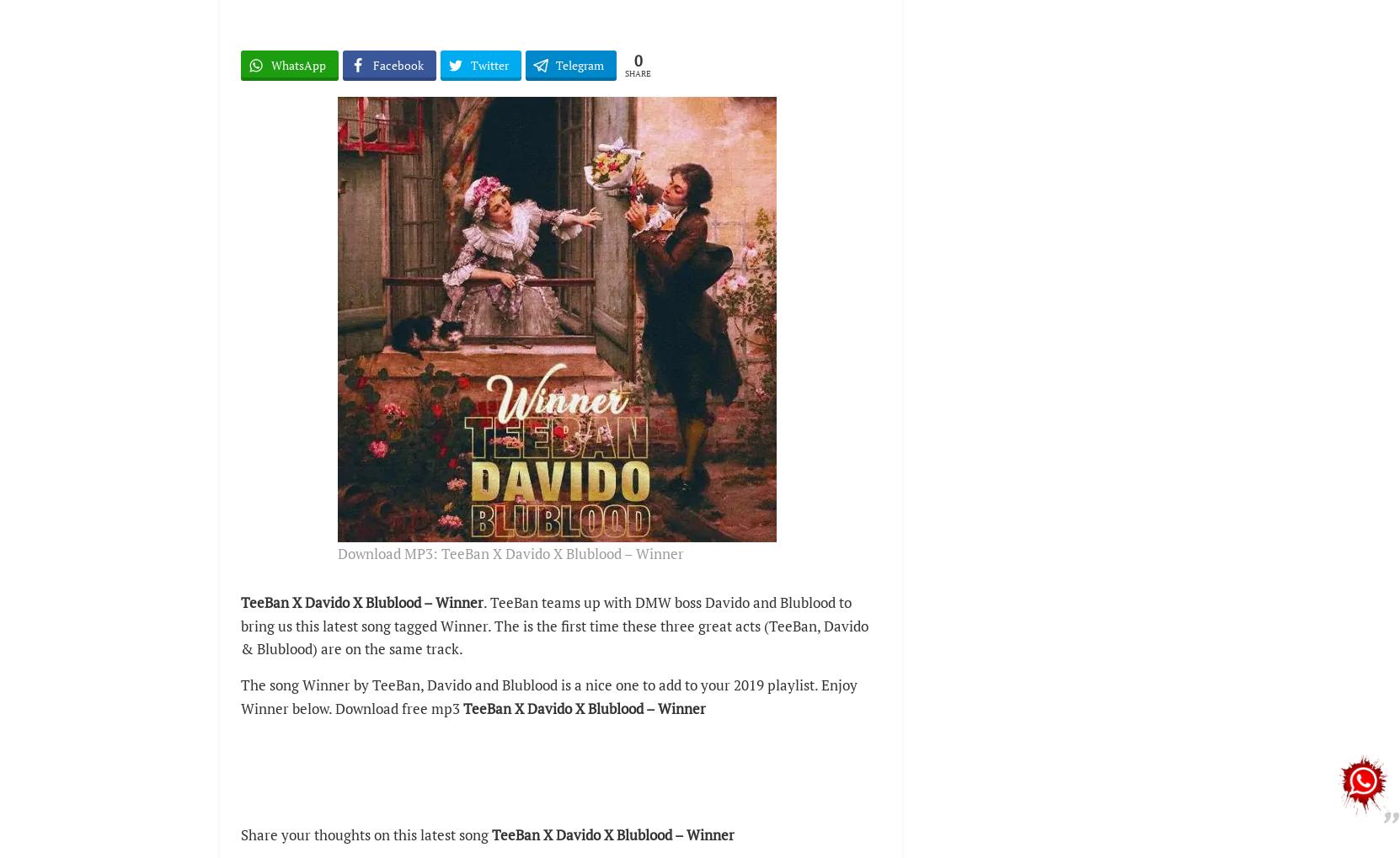  What do you see at coordinates (549, 696) in the screenshot?
I see `'The song Winner by TeeBan, Davido and Blublood is a nice one to add to your 2019 playlist. Enjoy Winner below. Download free mp3'` at bounding box center [549, 696].